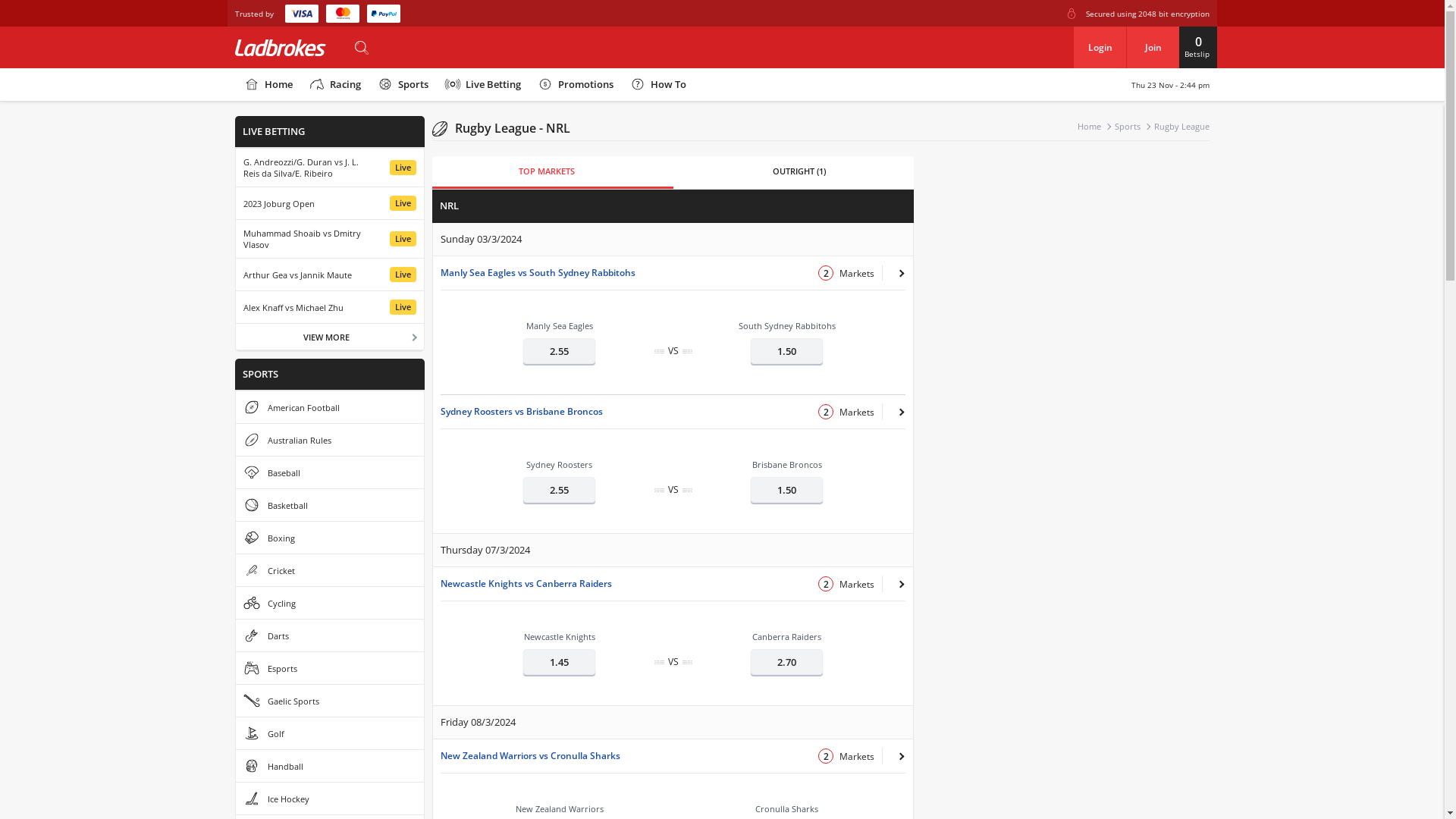 This screenshot has width=1456, height=819. Describe the element at coordinates (786, 350) in the screenshot. I see `'1.50'` at that location.